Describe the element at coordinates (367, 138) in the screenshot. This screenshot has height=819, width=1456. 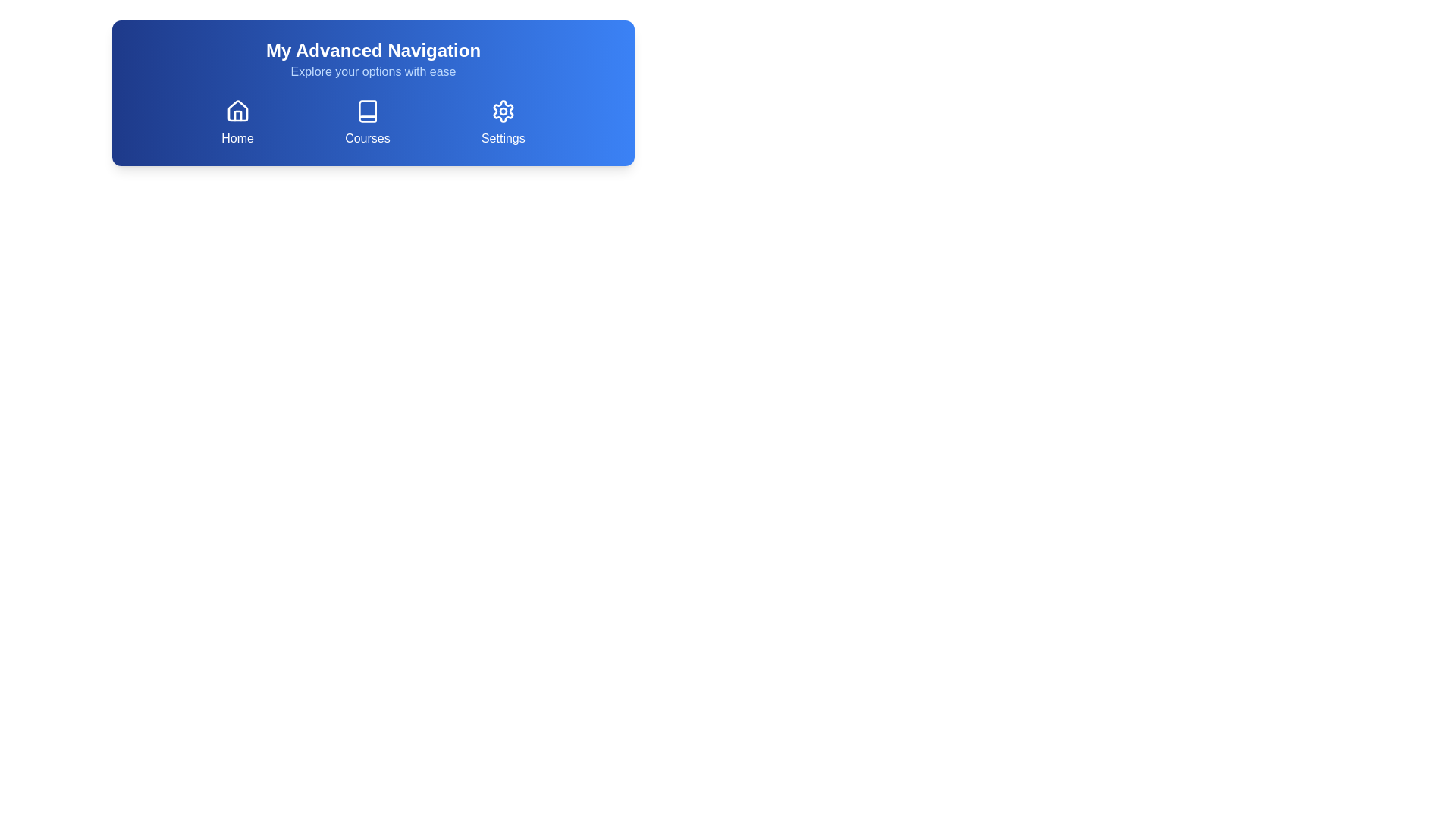
I see `the navigational label indicating a link to 'Courses' located in the blue navigation bar, positioned centrally below the book icon and above the 'Settings' text` at that location.